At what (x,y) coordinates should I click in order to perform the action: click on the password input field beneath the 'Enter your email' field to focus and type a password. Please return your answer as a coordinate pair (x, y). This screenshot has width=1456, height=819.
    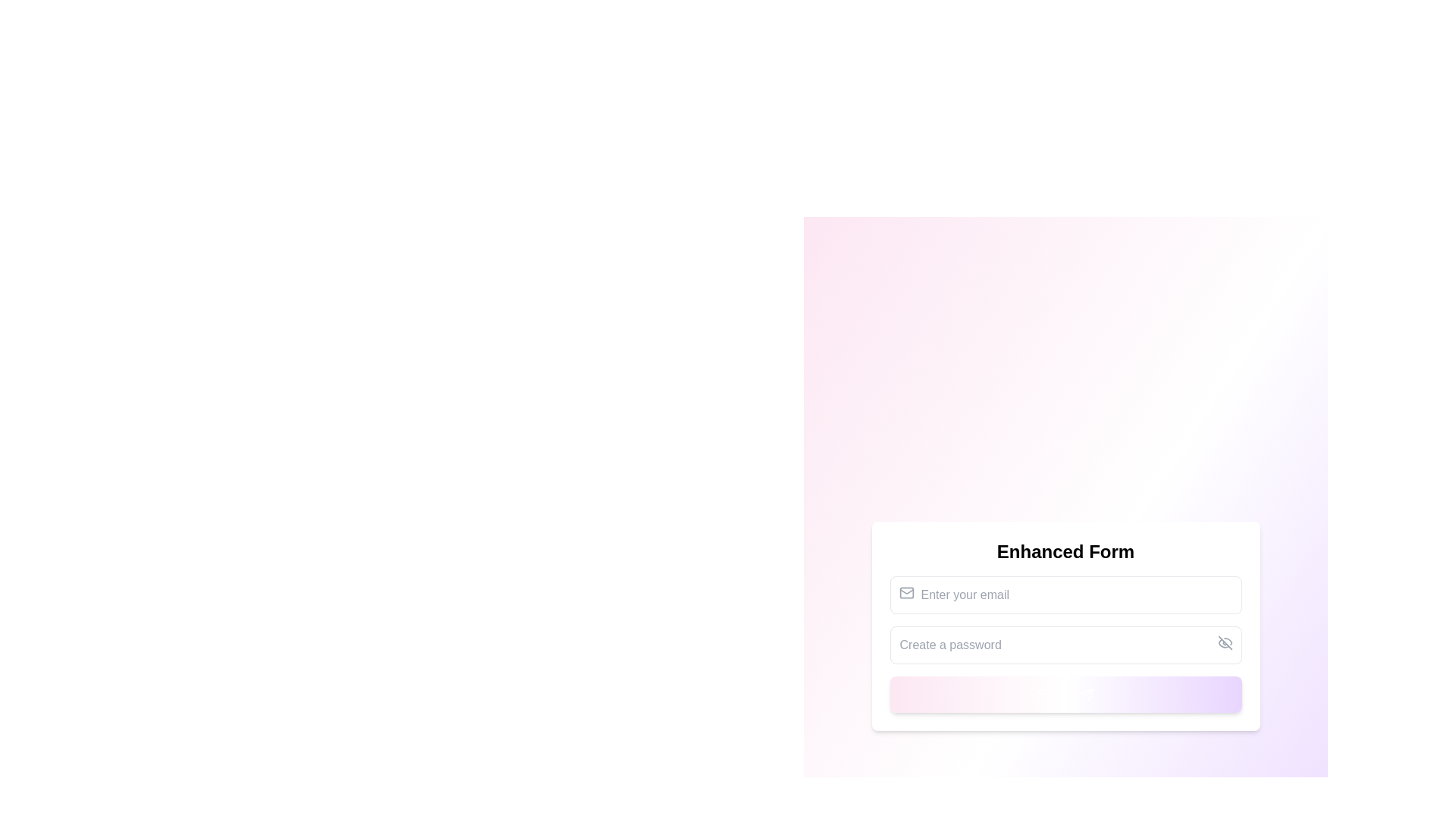
    Looking at the image, I should click on (1065, 626).